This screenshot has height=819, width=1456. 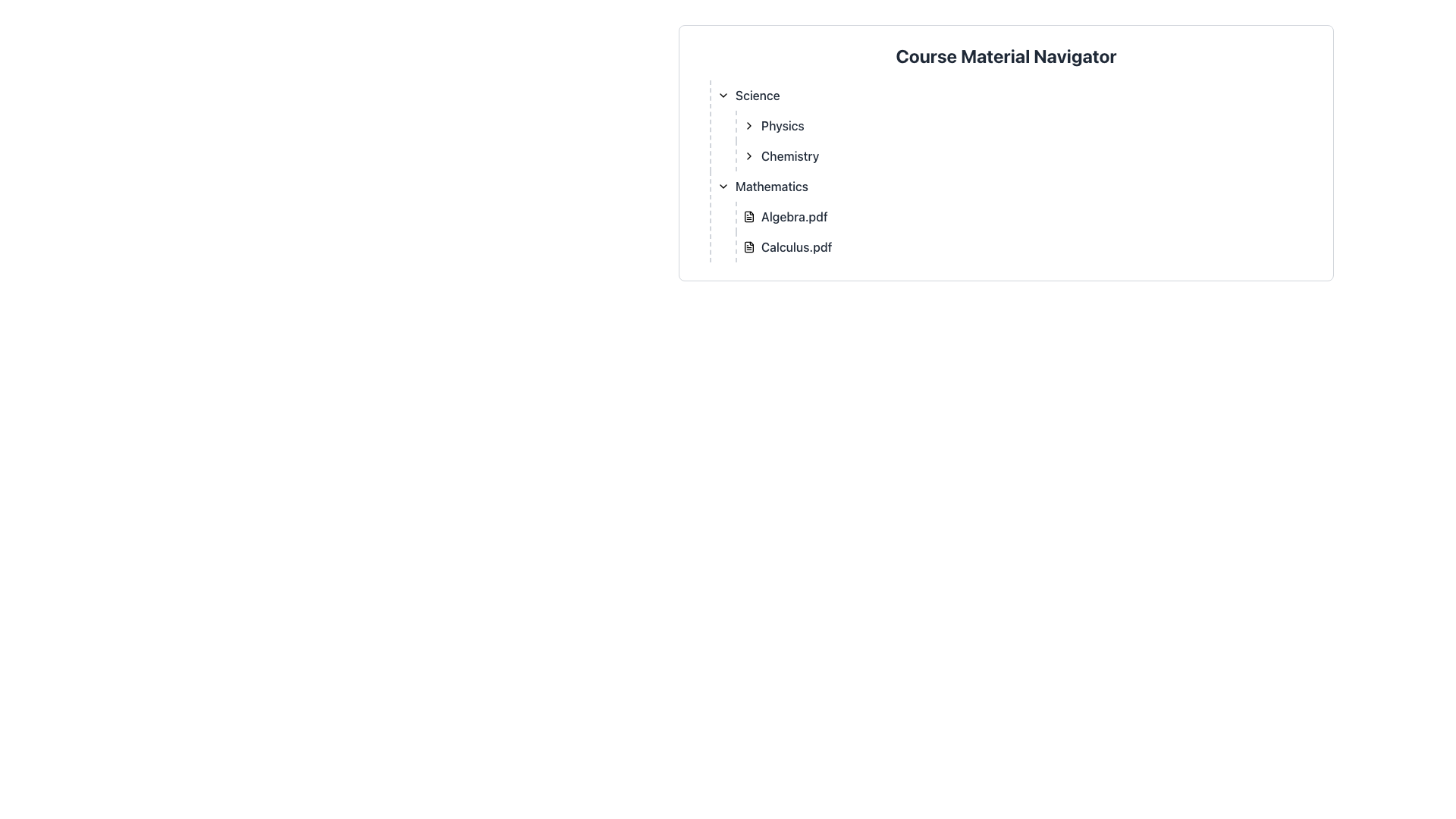 I want to click on the text label displaying 'Science' within the 'Course Material Navigator' section, so click(x=758, y=96).